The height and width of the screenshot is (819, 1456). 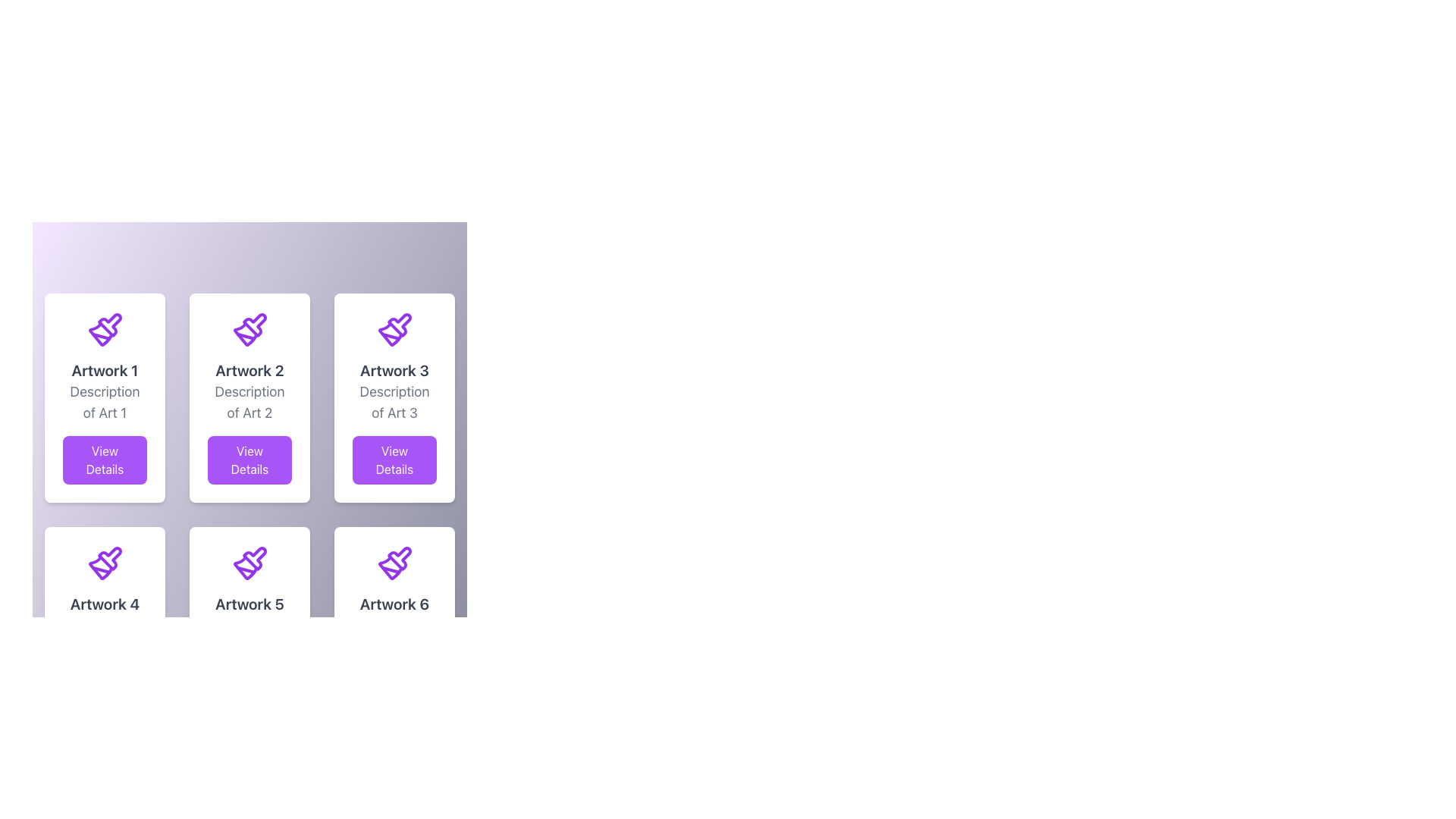 What do you see at coordinates (249, 402) in the screenshot?
I see `the text block containing the phrase 'Description of Art 2', which is located below the title 'Artwork 2' and above the 'View Details' button in the second card of a 3x2 grid layout` at bounding box center [249, 402].